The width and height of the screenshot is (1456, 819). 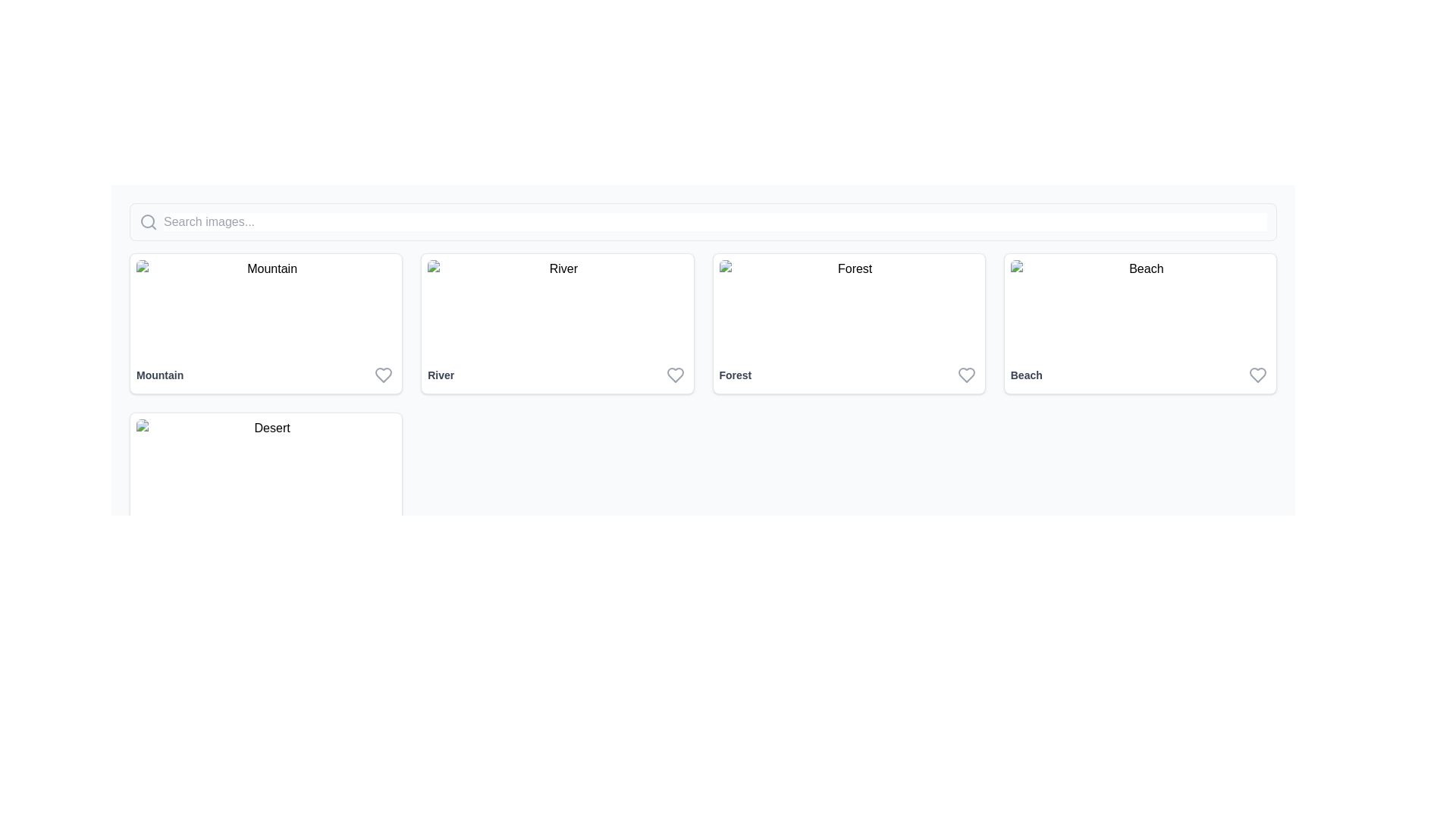 I want to click on the interactive card labeled 'River', which is a white rectangular card with rounded corners containing the word 'River' in bold at the top, so click(x=557, y=323).